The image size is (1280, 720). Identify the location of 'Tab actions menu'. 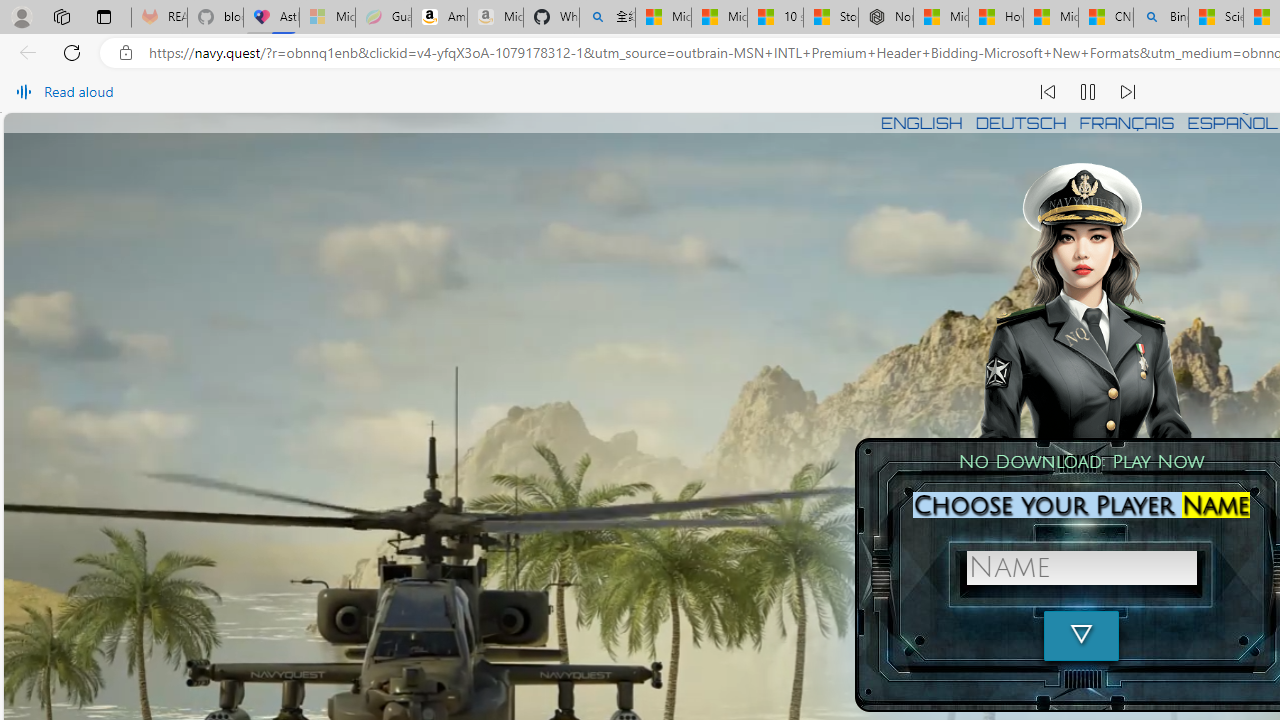
(103, 16).